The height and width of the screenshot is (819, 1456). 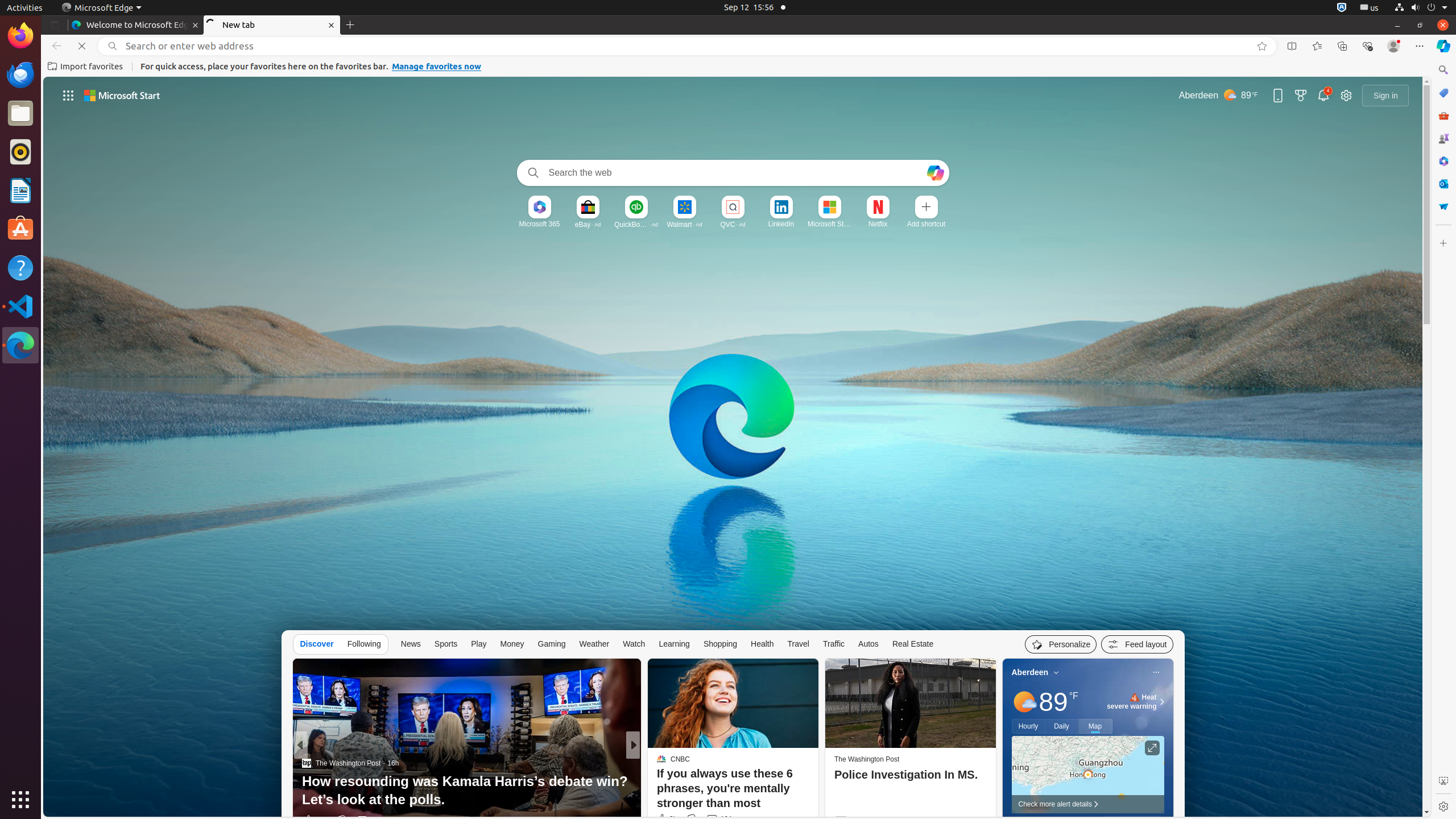 What do you see at coordinates (361, 819) in the screenshot?
I see `'View comments 480 Comment'` at bounding box center [361, 819].